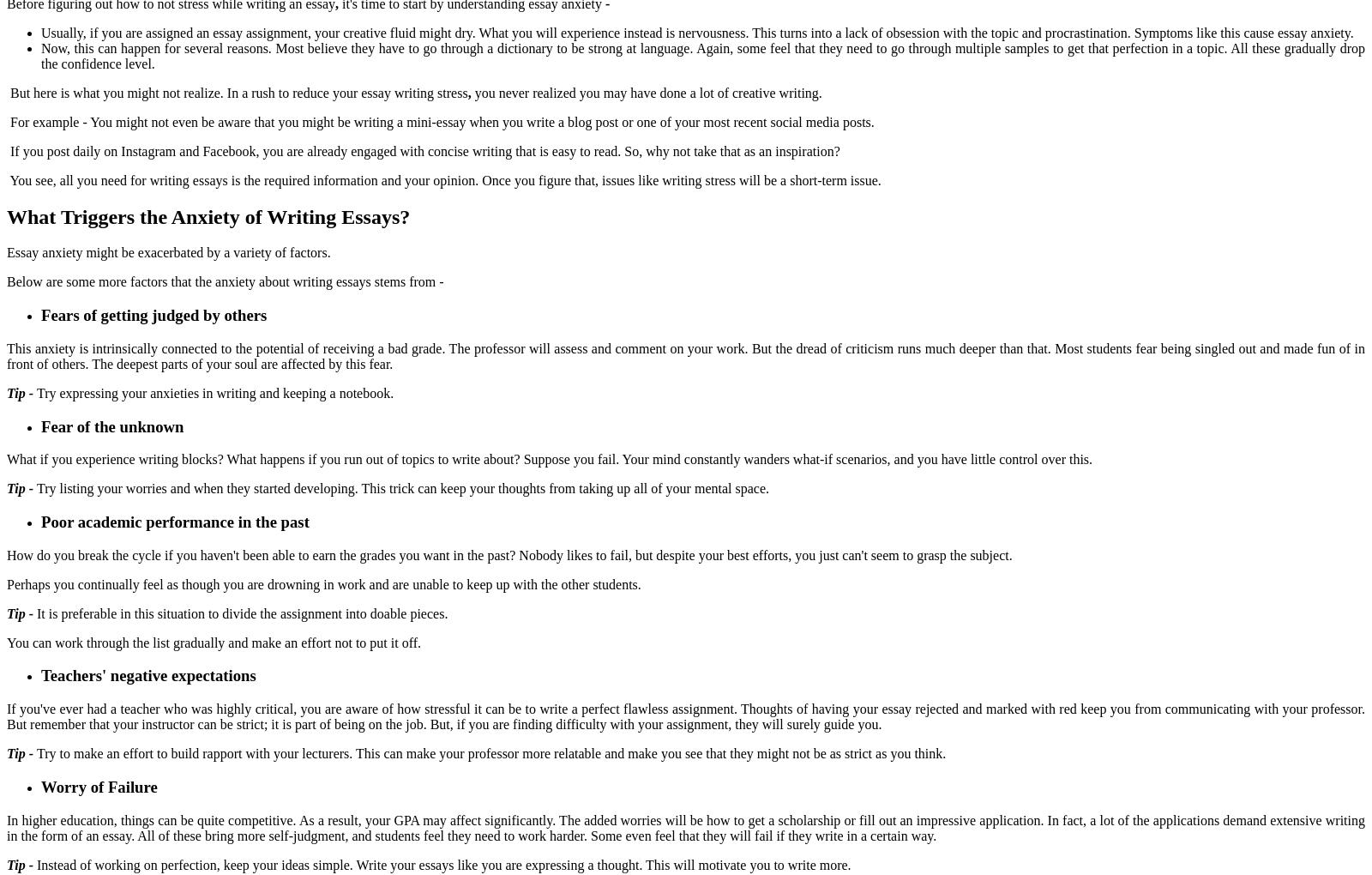 This screenshot has width=1372, height=875. I want to click on 'Fears of getting judged by others', so click(155, 314).